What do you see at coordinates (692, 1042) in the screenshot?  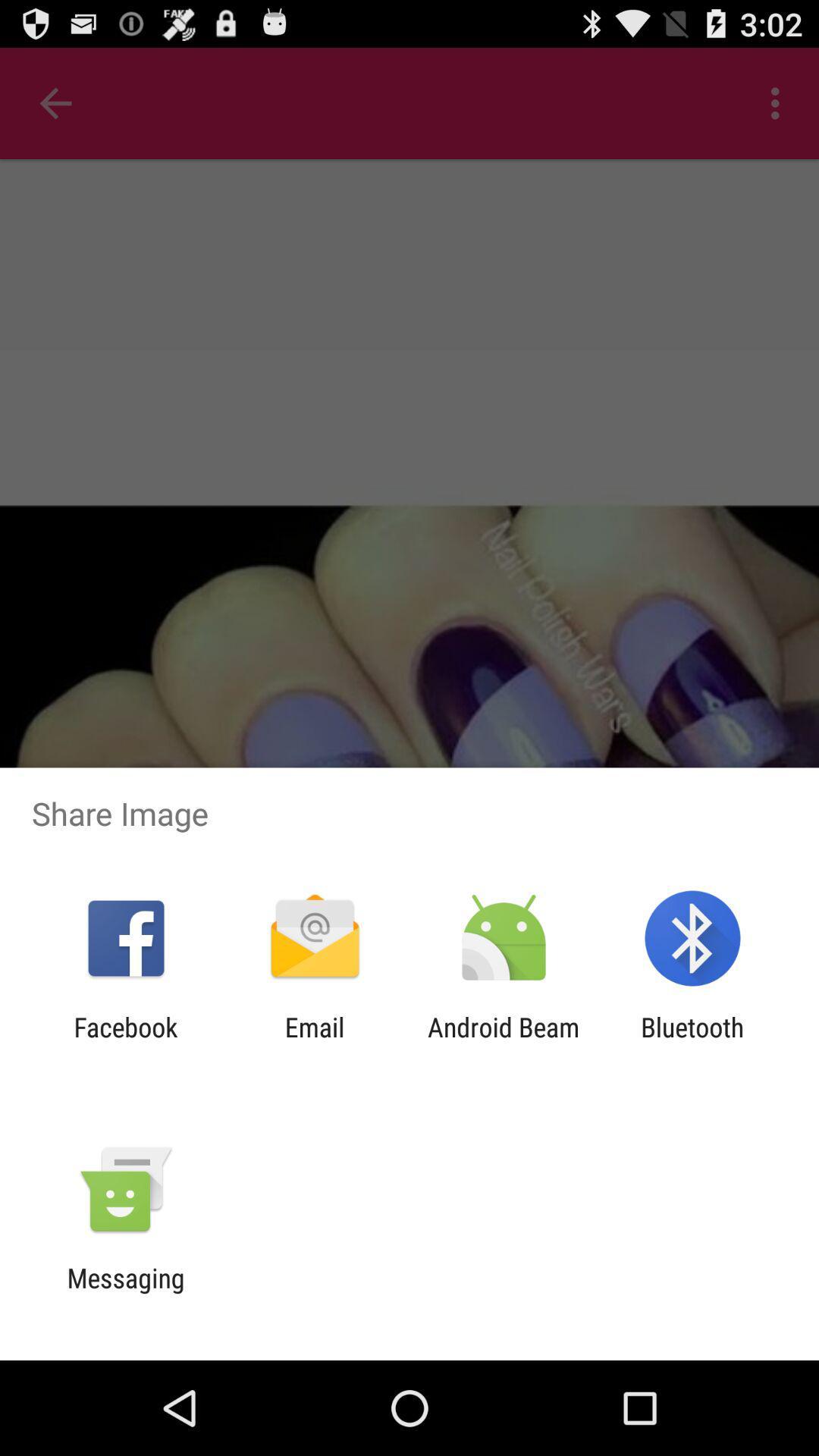 I see `bluetooth at the bottom right corner` at bounding box center [692, 1042].